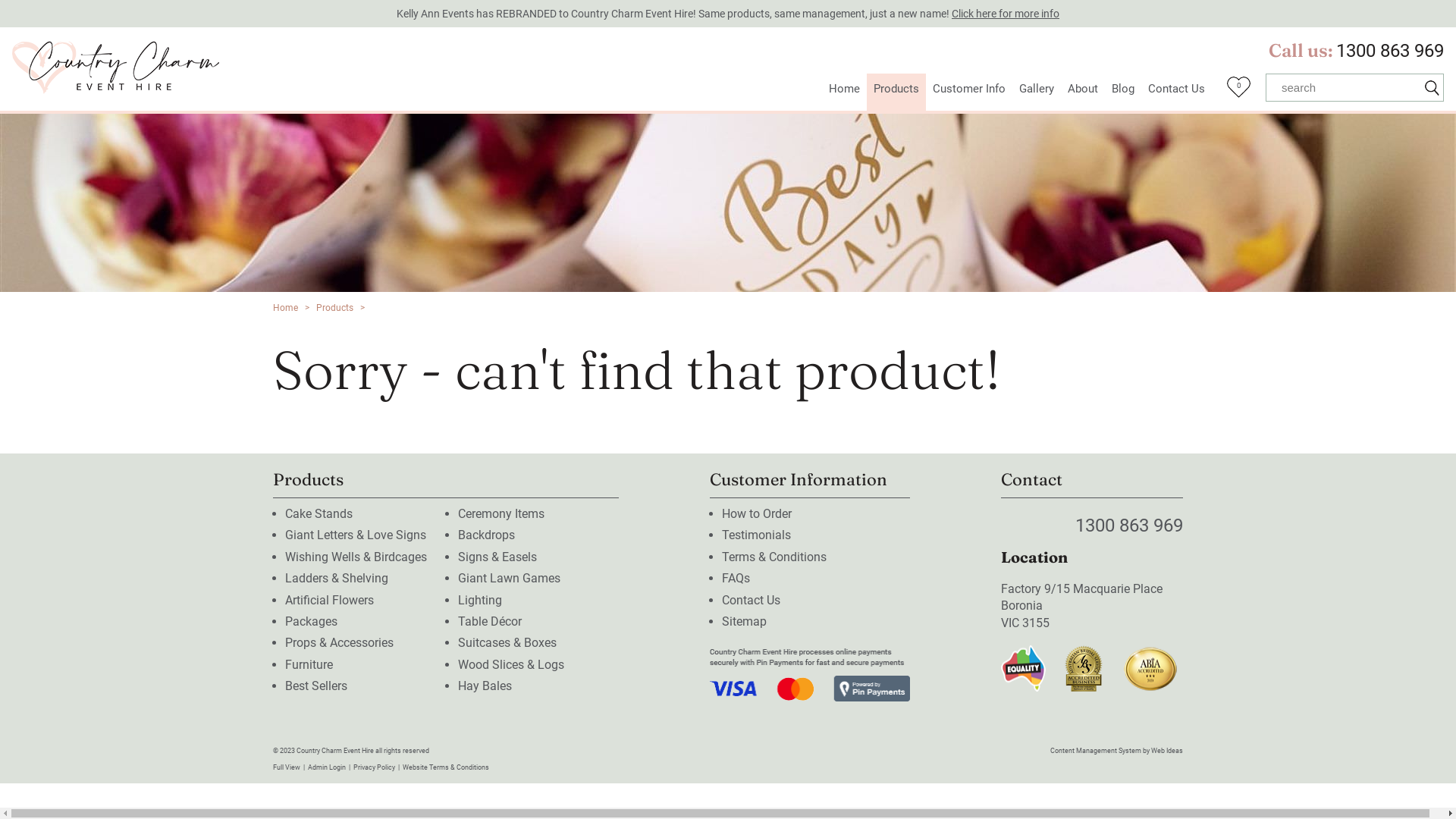 The height and width of the screenshot is (819, 1456). What do you see at coordinates (501, 513) in the screenshot?
I see `'Ceremony Items'` at bounding box center [501, 513].